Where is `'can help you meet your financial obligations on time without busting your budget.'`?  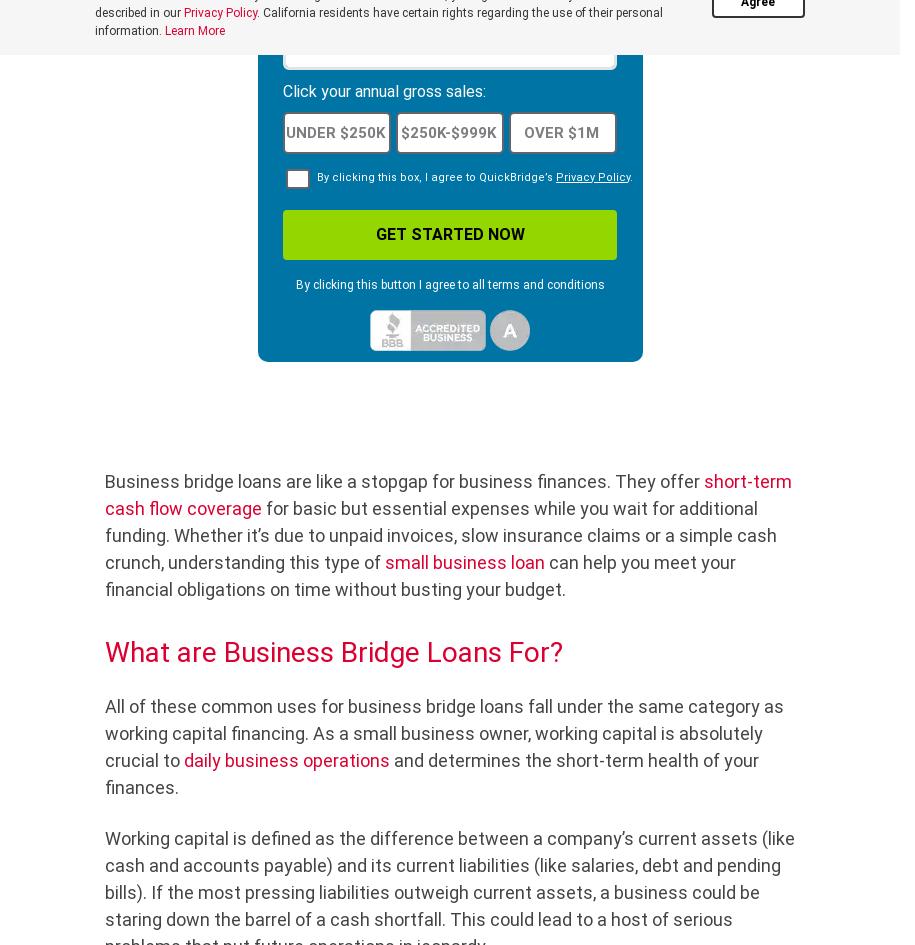 'can help you meet your financial obligations on time without busting your budget.' is located at coordinates (420, 575).